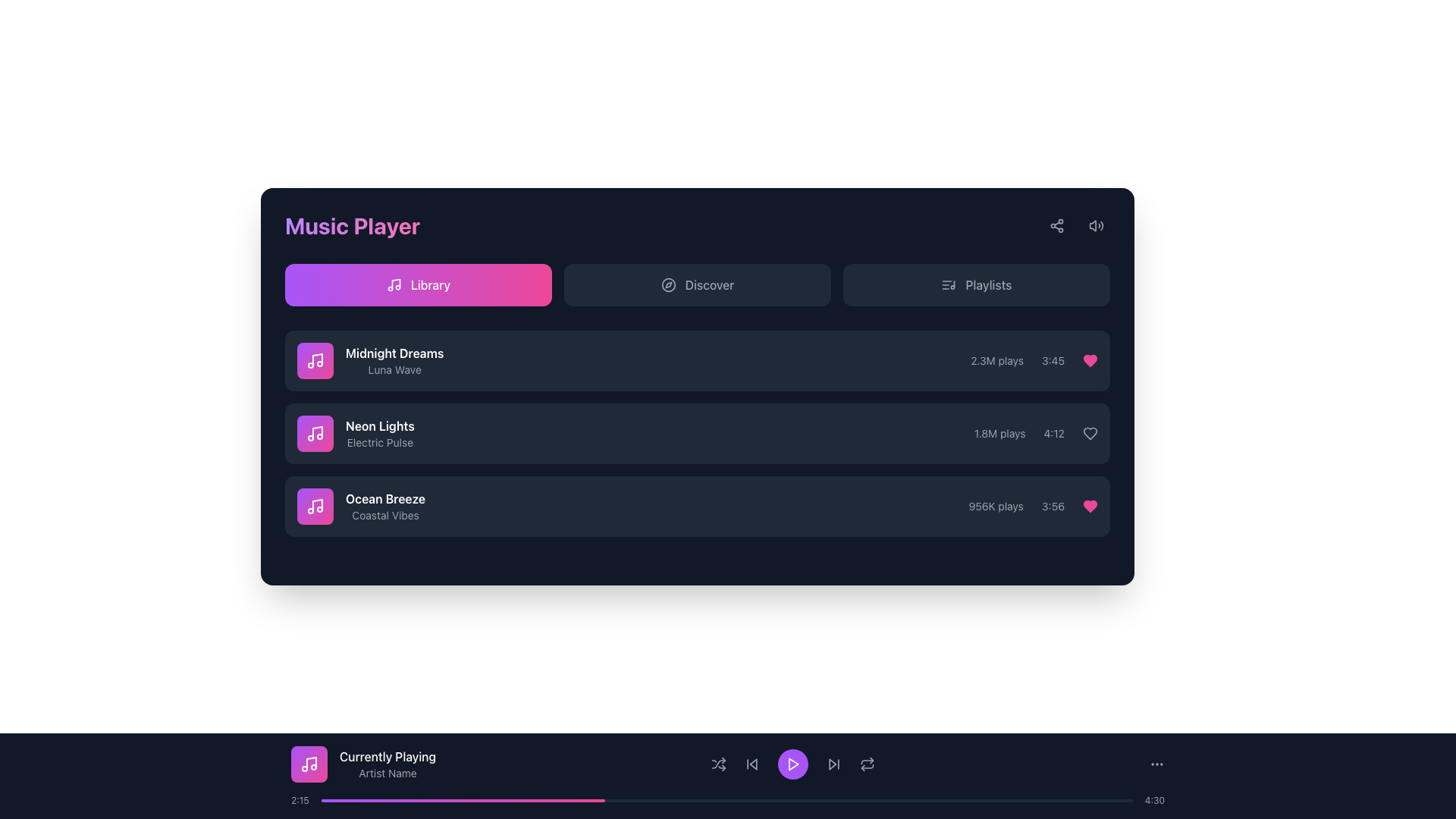  Describe the element at coordinates (697, 284) in the screenshot. I see `the 'Discover' button, which is a rectangular button with rounded corners and a dark gray background` at that location.